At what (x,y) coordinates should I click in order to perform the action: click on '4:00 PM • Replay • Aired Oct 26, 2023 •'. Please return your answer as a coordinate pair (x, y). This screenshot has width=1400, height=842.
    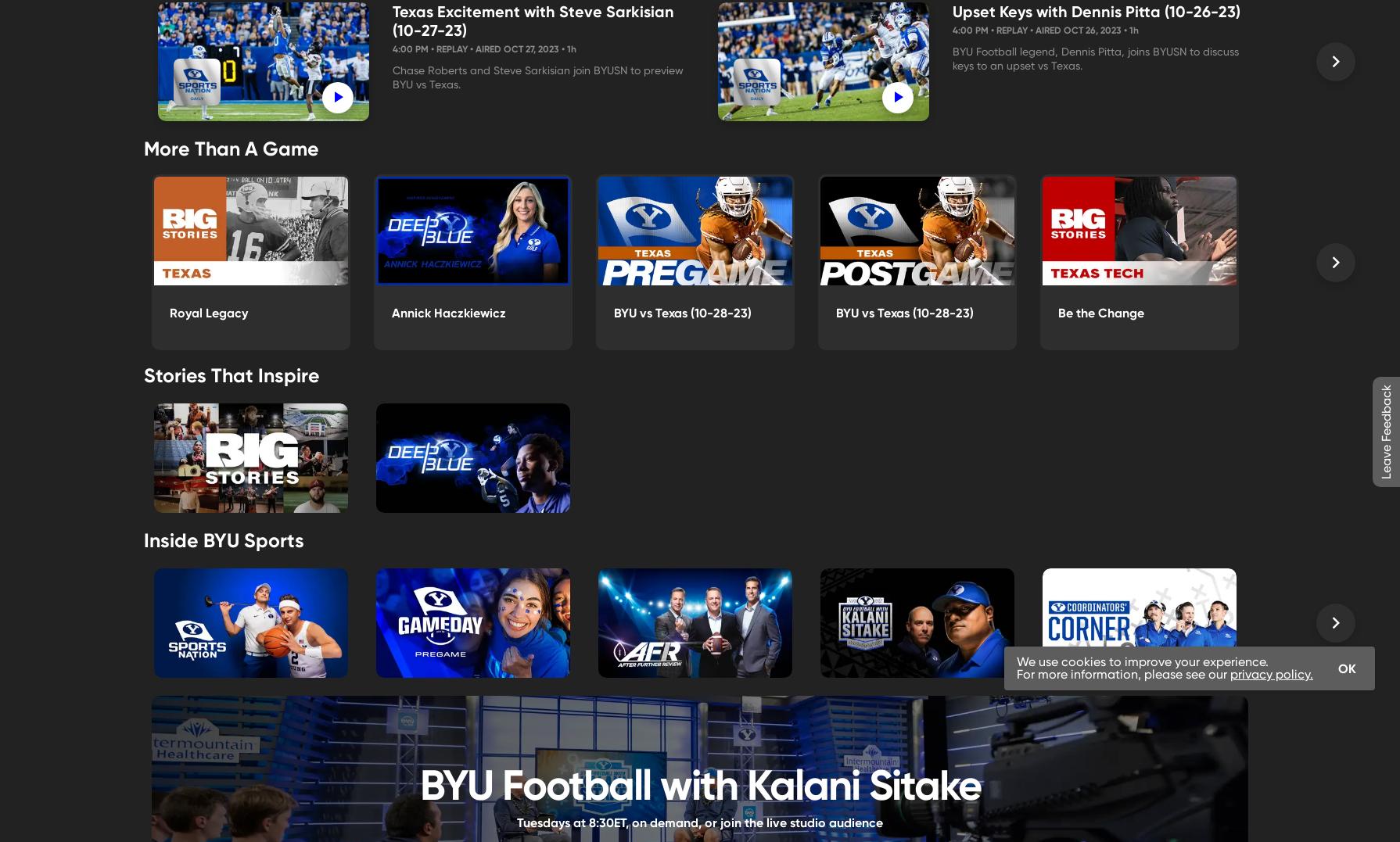
    Looking at the image, I should click on (1041, 28).